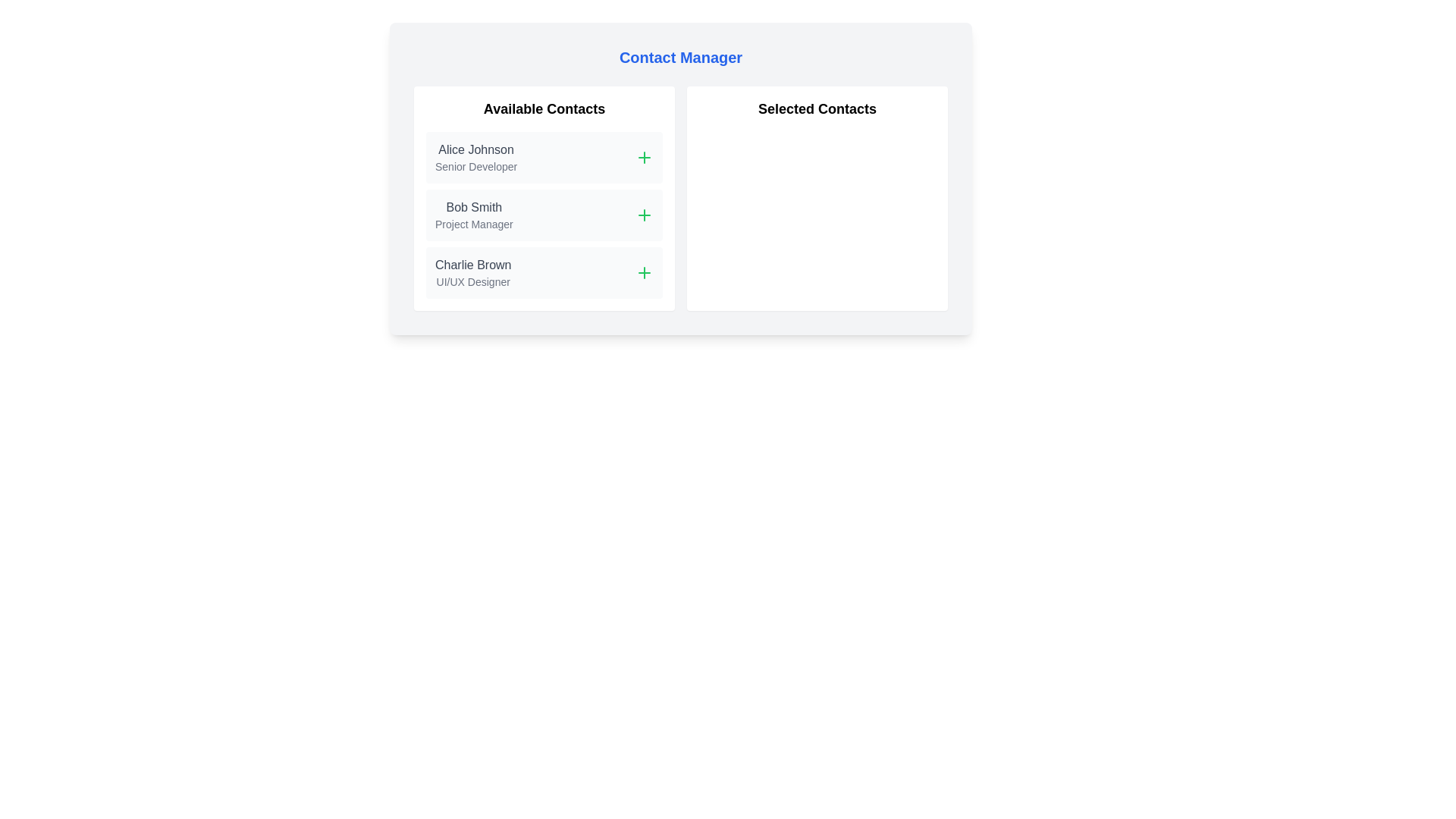 The width and height of the screenshot is (1456, 819). Describe the element at coordinates (473, 207) in the screenshot. I see `the static text label displaying the name 'Bob Smith' in gray color, located above the 'Project Manager' label in the 'Contact Manager' interface` at that location.